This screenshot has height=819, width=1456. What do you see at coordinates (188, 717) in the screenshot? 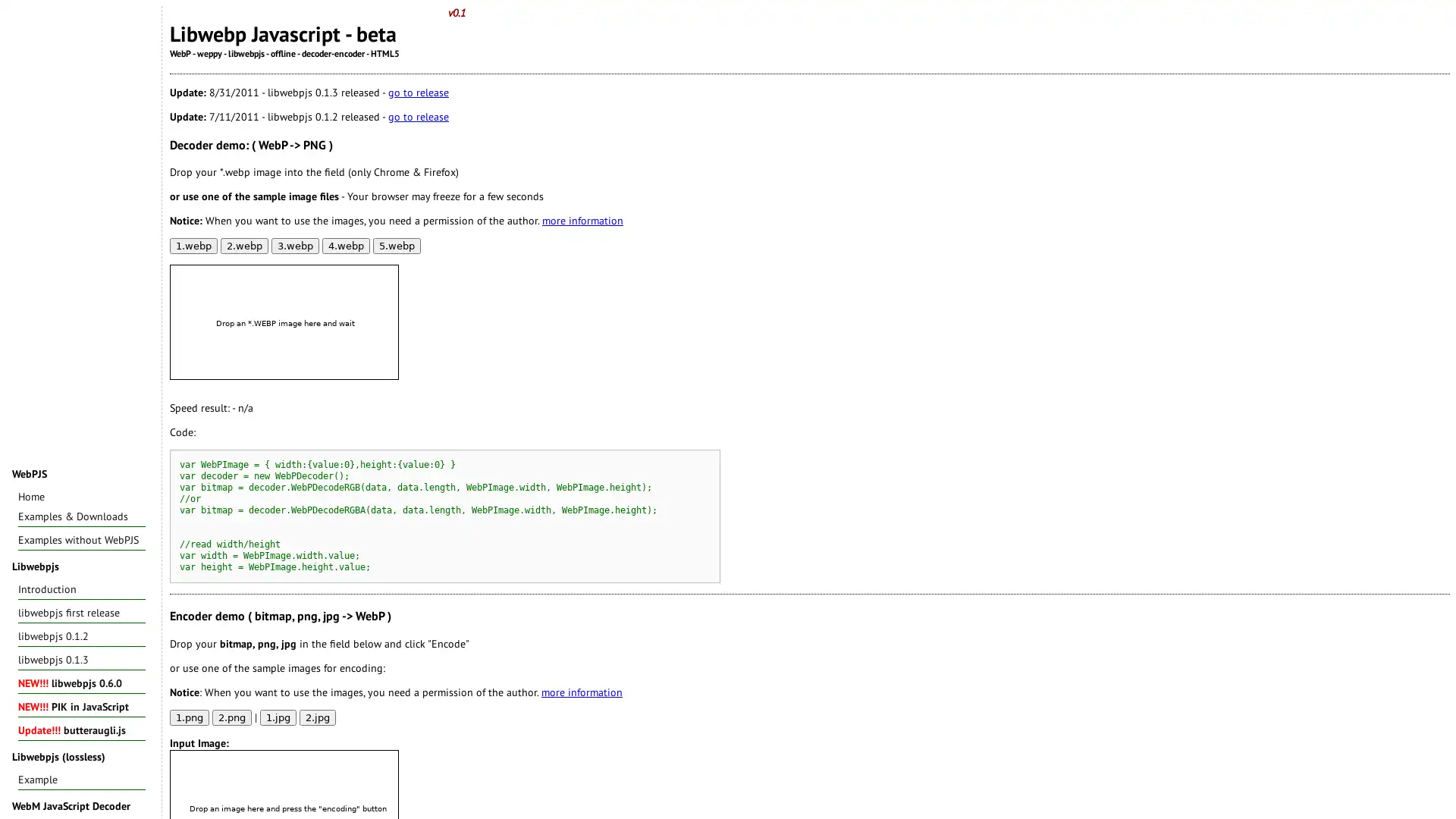
I see `1.png` at bounding box center [188, 717].